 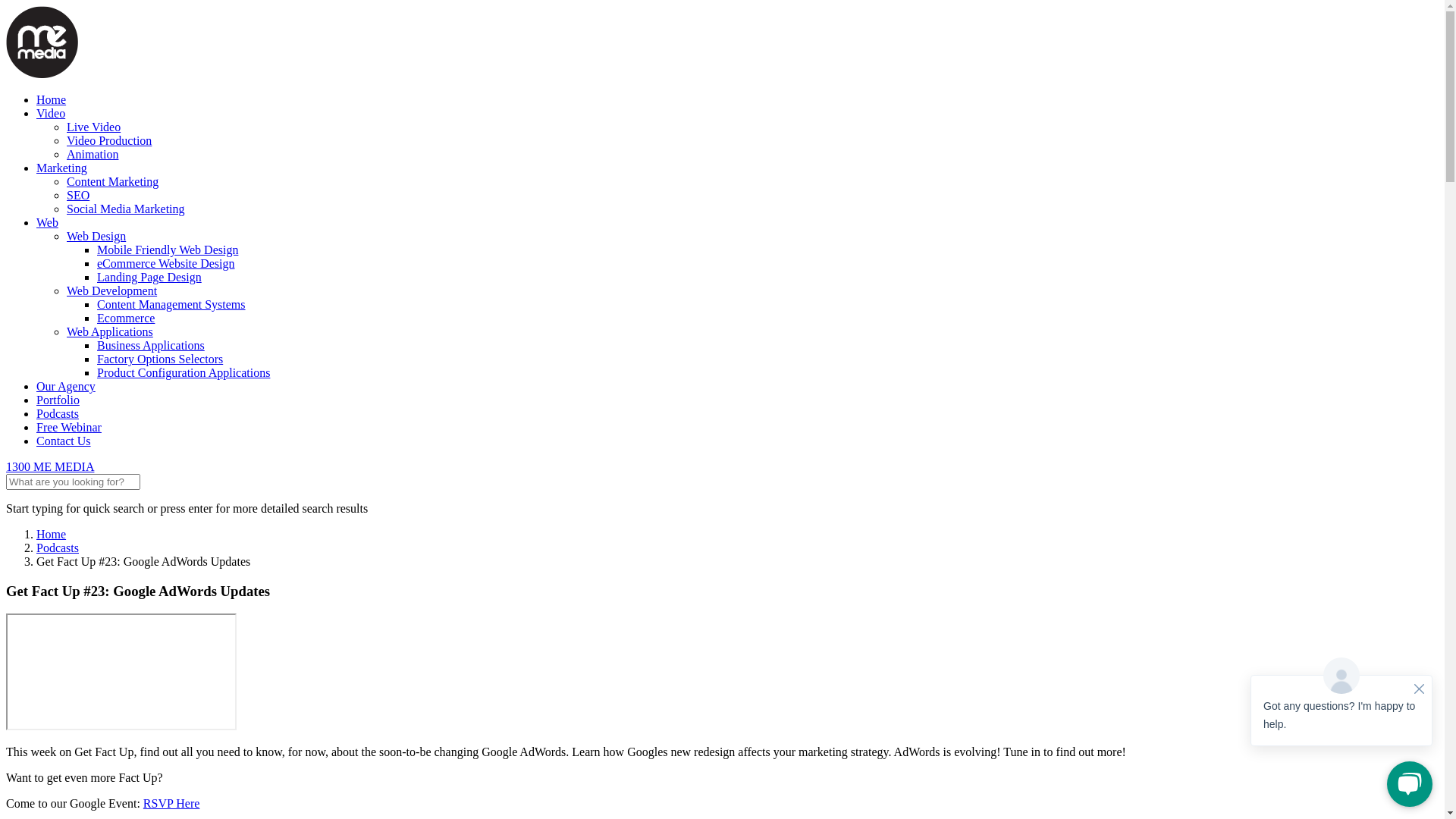 I want to click on 'RSVP Here', so click(x=171, y=802).